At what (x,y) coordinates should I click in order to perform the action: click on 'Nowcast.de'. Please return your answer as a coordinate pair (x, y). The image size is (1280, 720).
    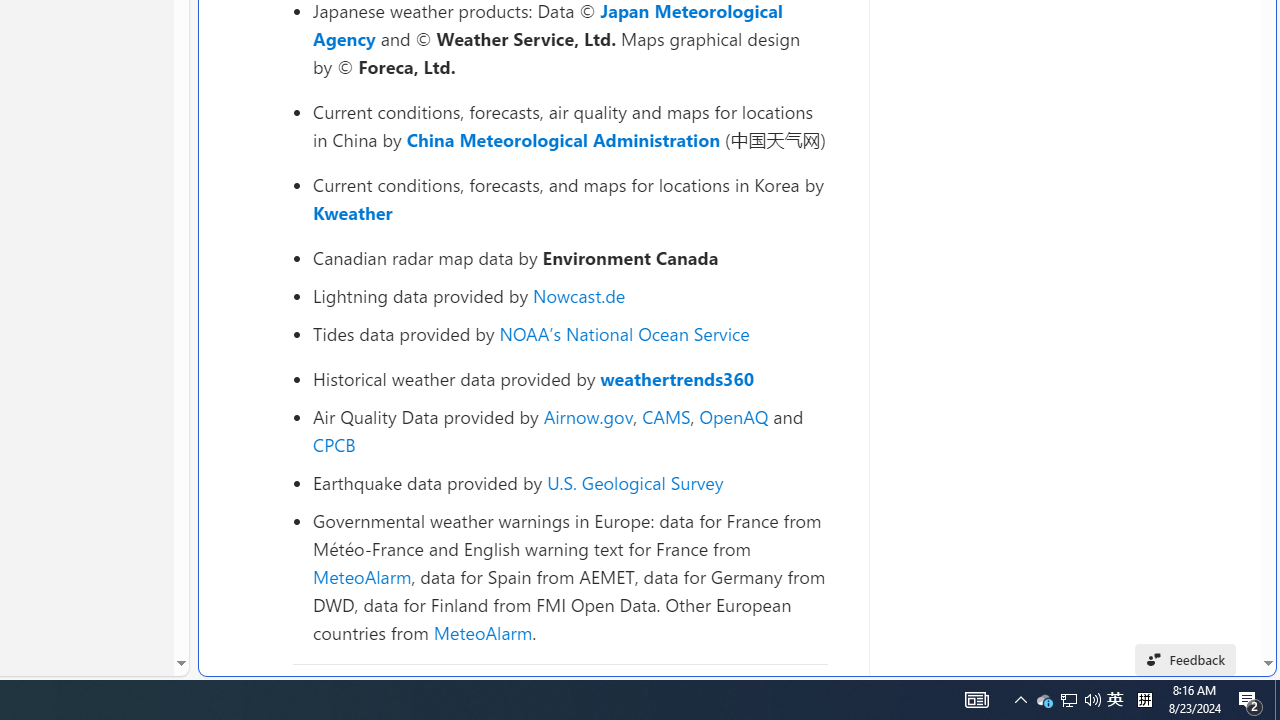
    Looking at the image, I should click on (578, 295).